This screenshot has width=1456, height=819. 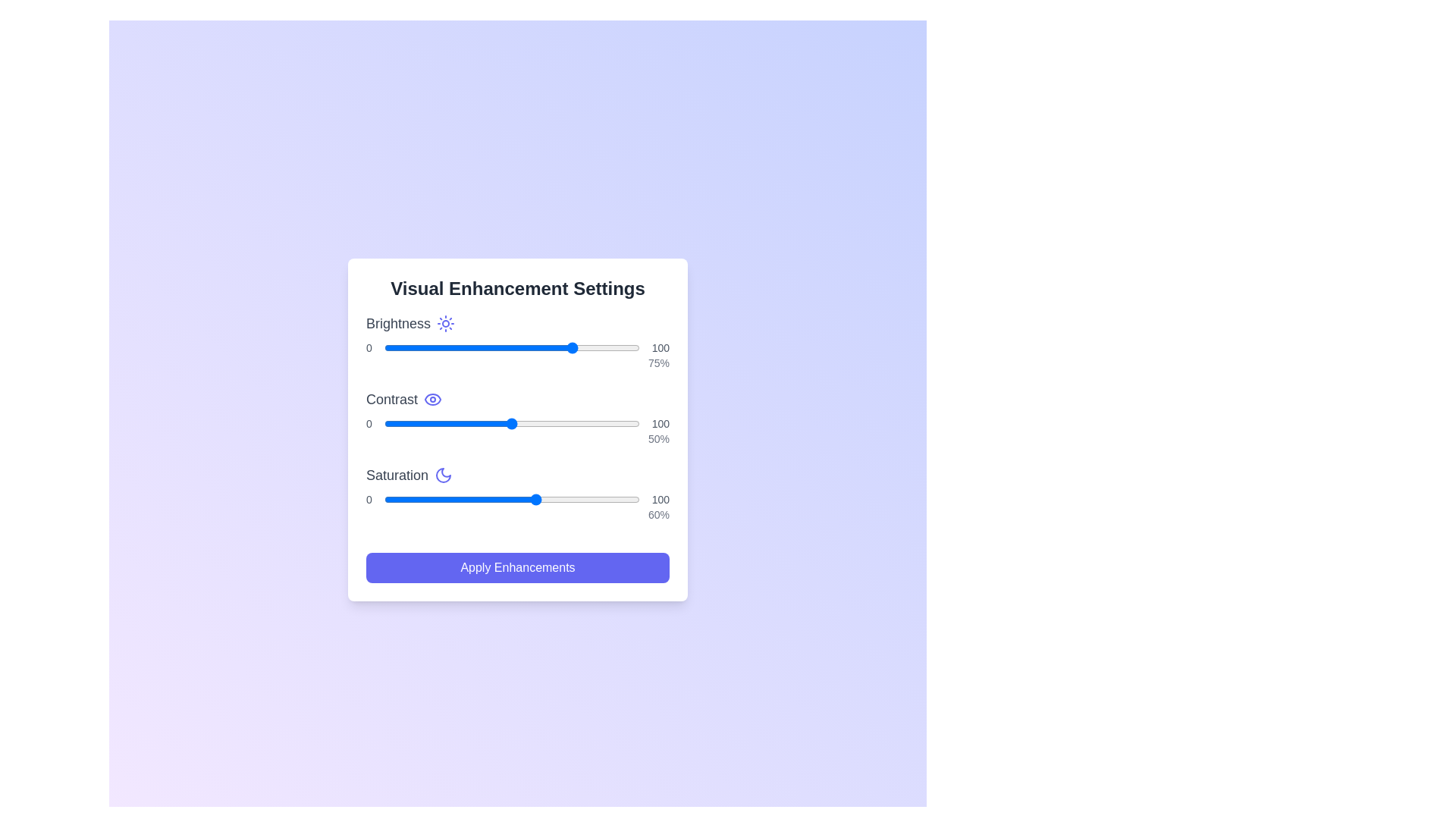 What do you see at coordinates (435, 500) in the screenshot?
I see `the saturation slider to 20%` at bounding box center [435, 500].